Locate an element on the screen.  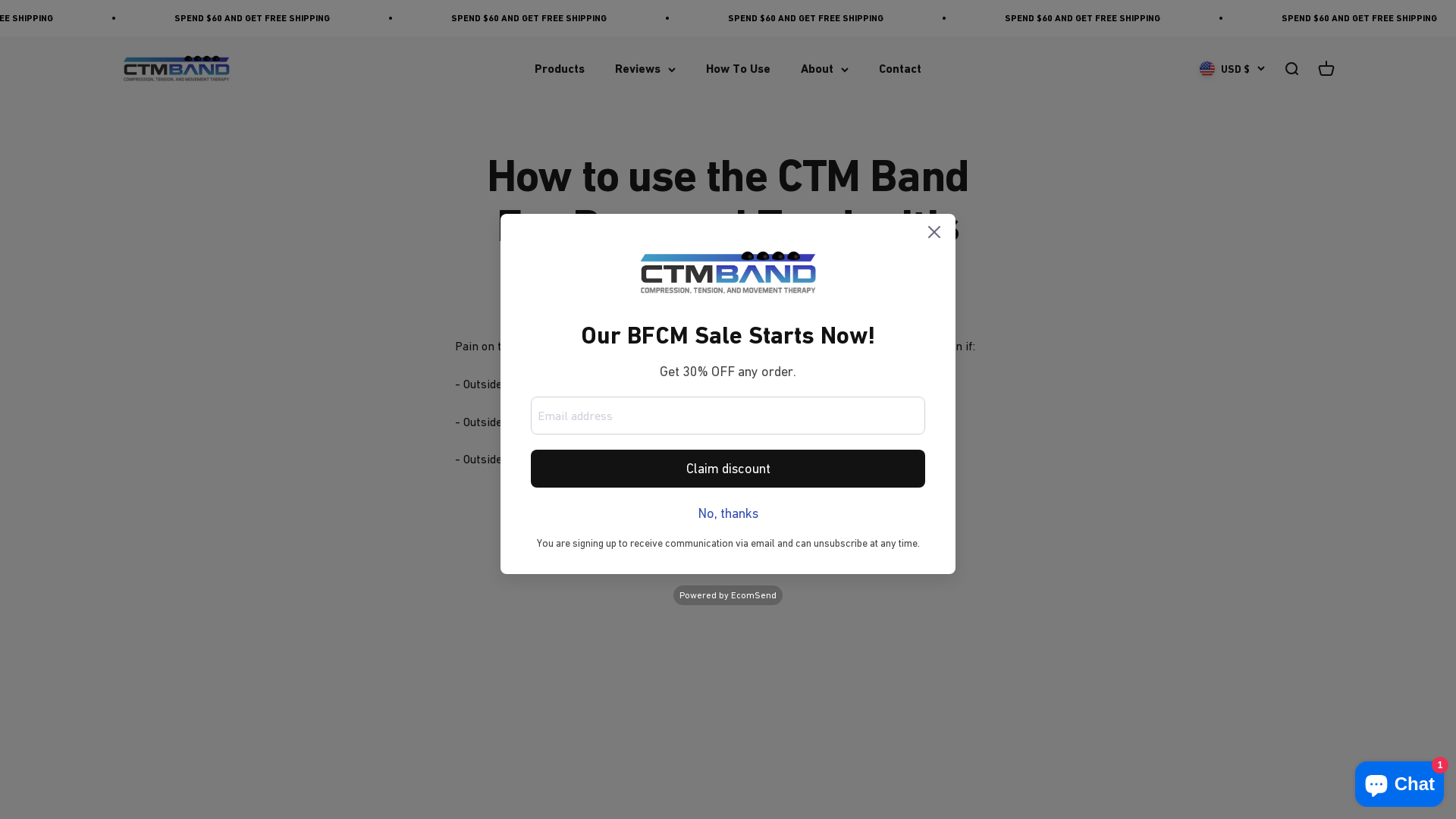
'Shopify online store chat' is located at coordinates (1398, 780).